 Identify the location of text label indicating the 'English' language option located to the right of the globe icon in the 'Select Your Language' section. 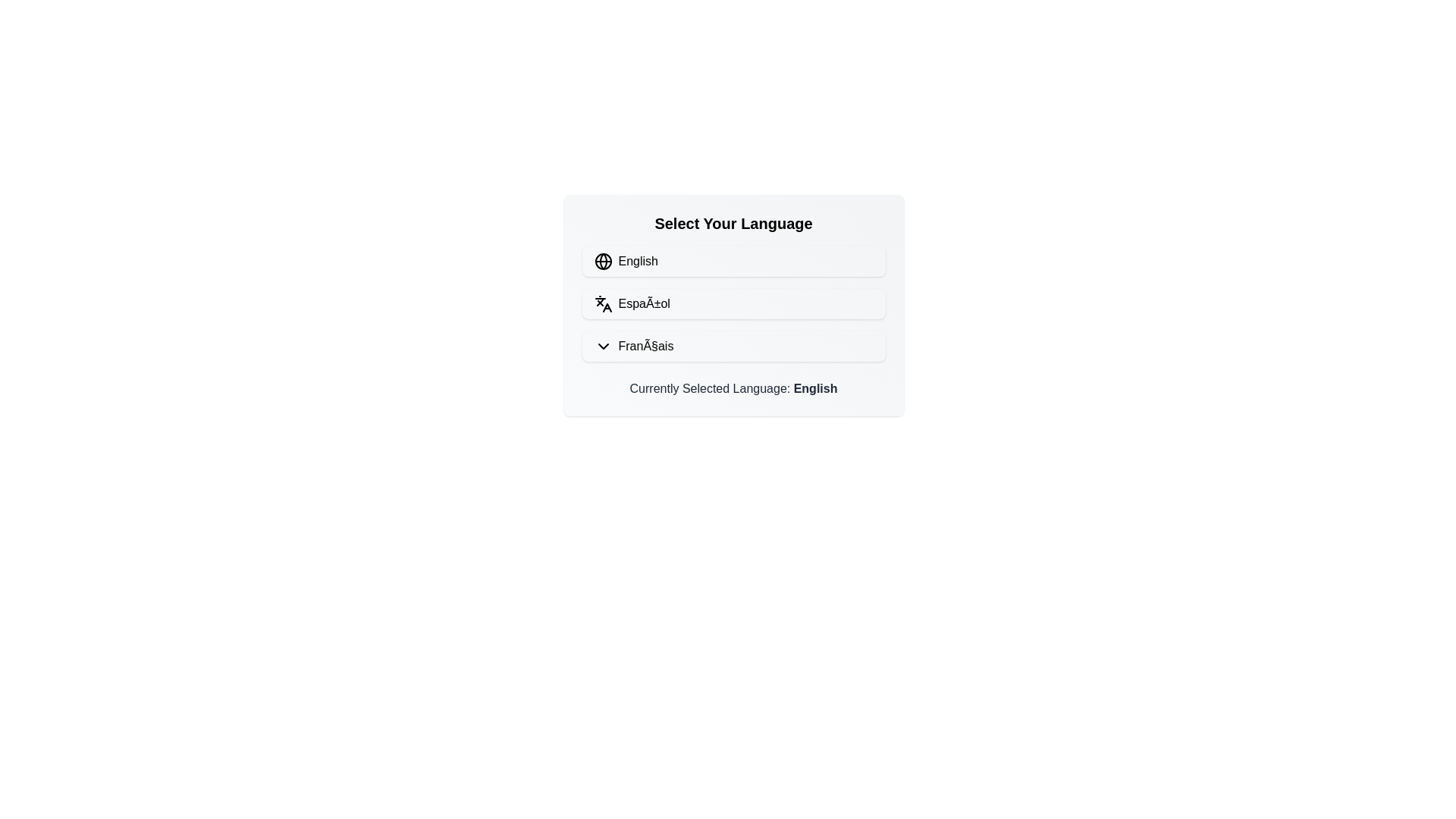
(638, 260).